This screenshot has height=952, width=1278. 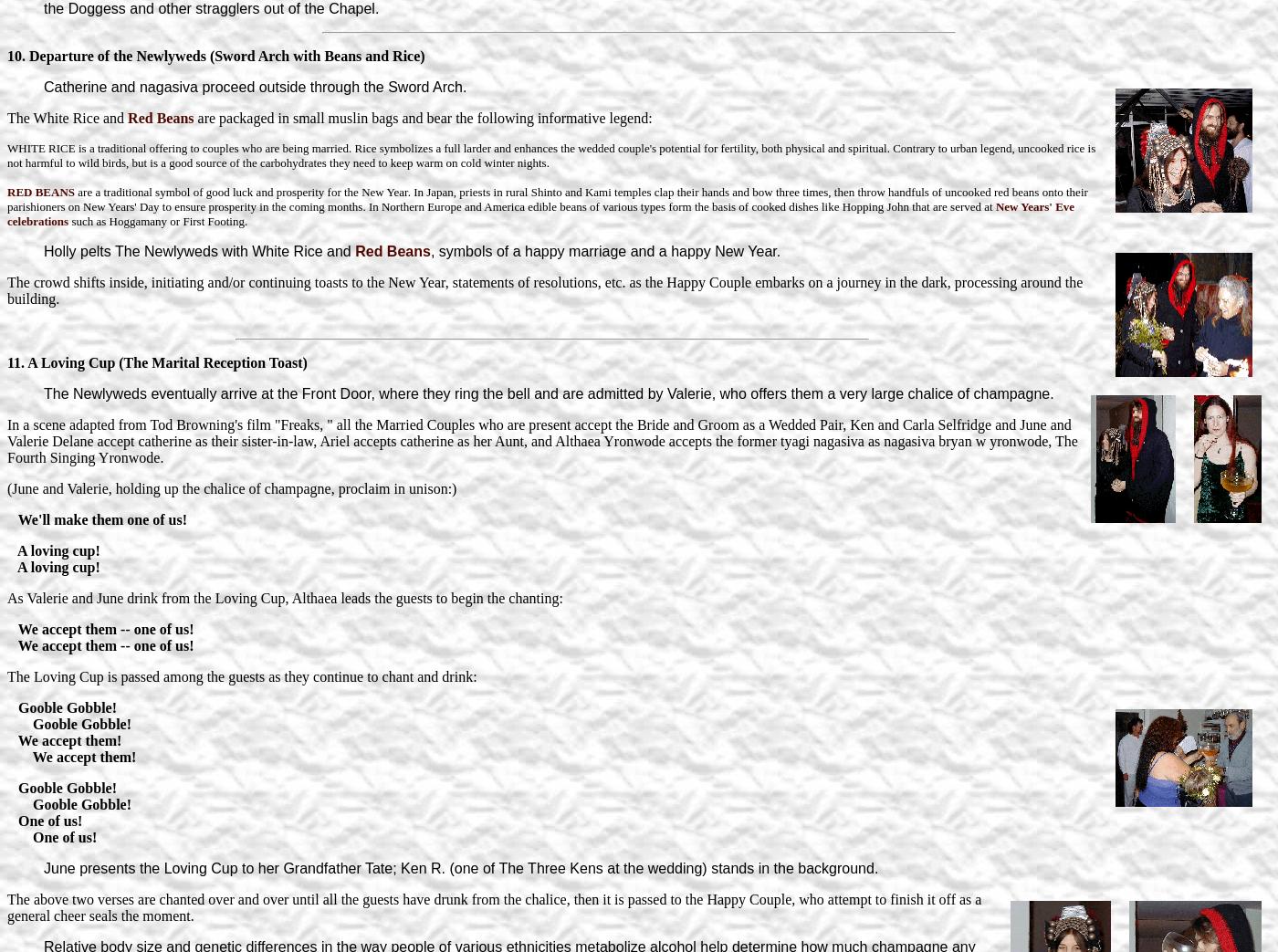 What do you see at coordinates (242, 675) in the screenshot?
I see `'The Loving Cup is passed among the guests as they continue to chant and drink:'` at bounding box center [242, 675].